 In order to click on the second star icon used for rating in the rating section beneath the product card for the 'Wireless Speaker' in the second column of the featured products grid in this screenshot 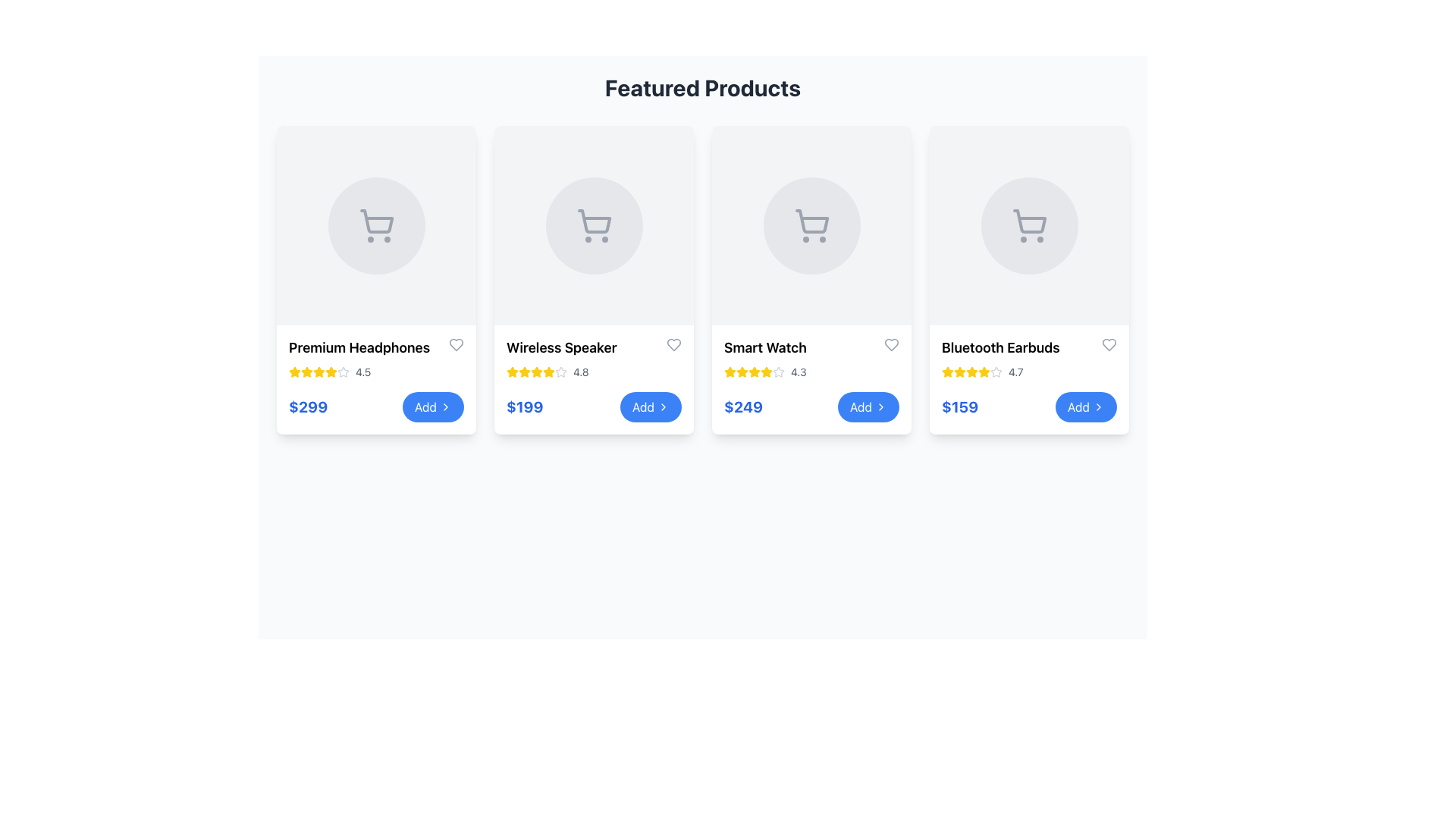, I will do `click(560, 372)`.